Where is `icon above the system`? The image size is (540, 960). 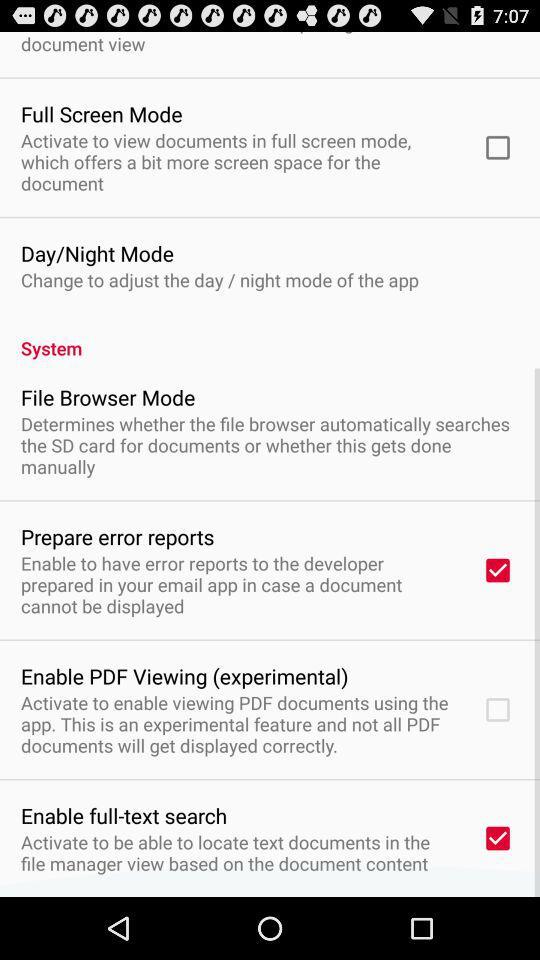 icon above the system is located at coordinates (218, 278).